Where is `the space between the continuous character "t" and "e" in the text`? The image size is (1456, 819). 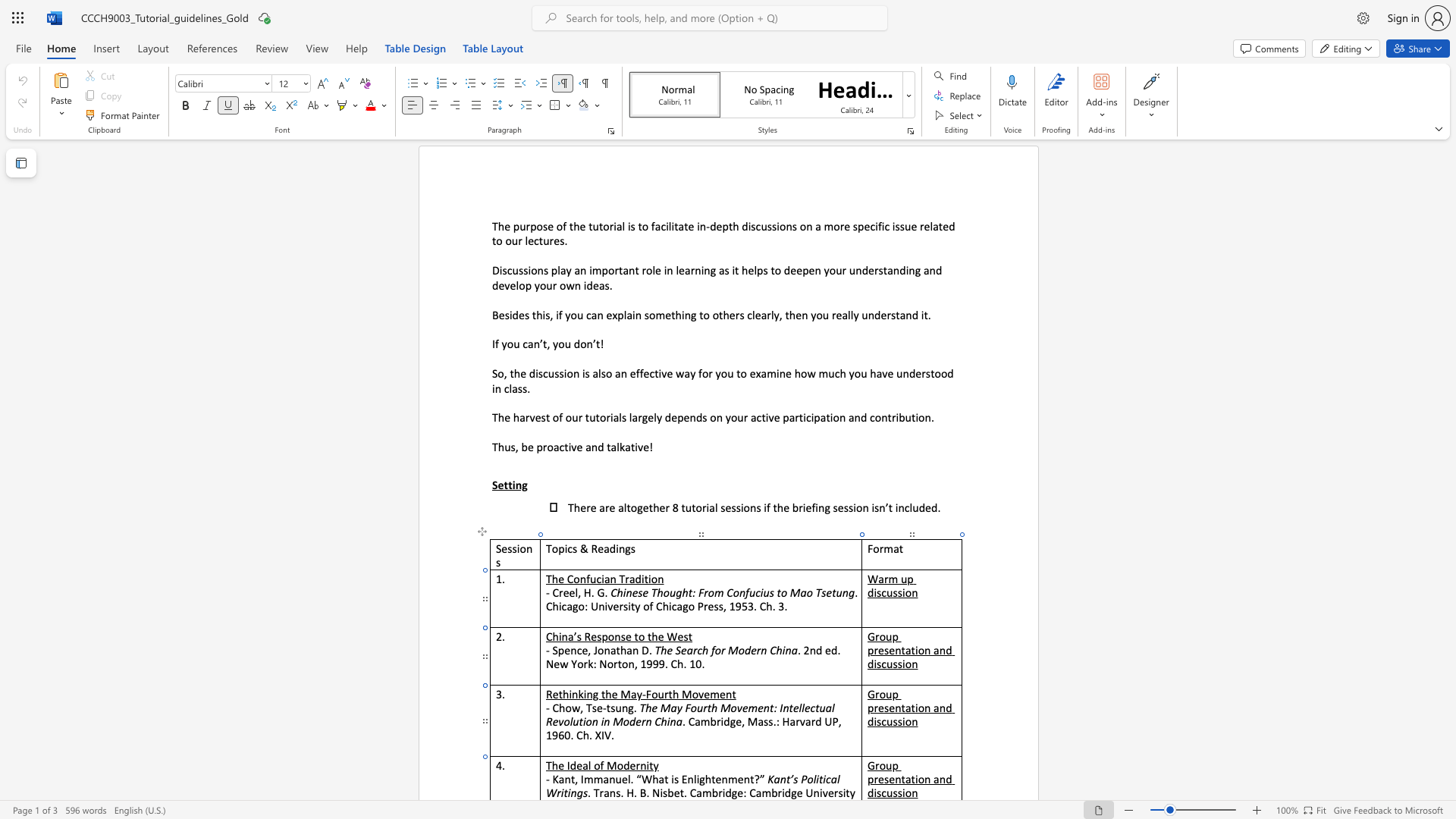 the space between the continuous character "t" and "e" in the text is located at coordinates (715, 779).